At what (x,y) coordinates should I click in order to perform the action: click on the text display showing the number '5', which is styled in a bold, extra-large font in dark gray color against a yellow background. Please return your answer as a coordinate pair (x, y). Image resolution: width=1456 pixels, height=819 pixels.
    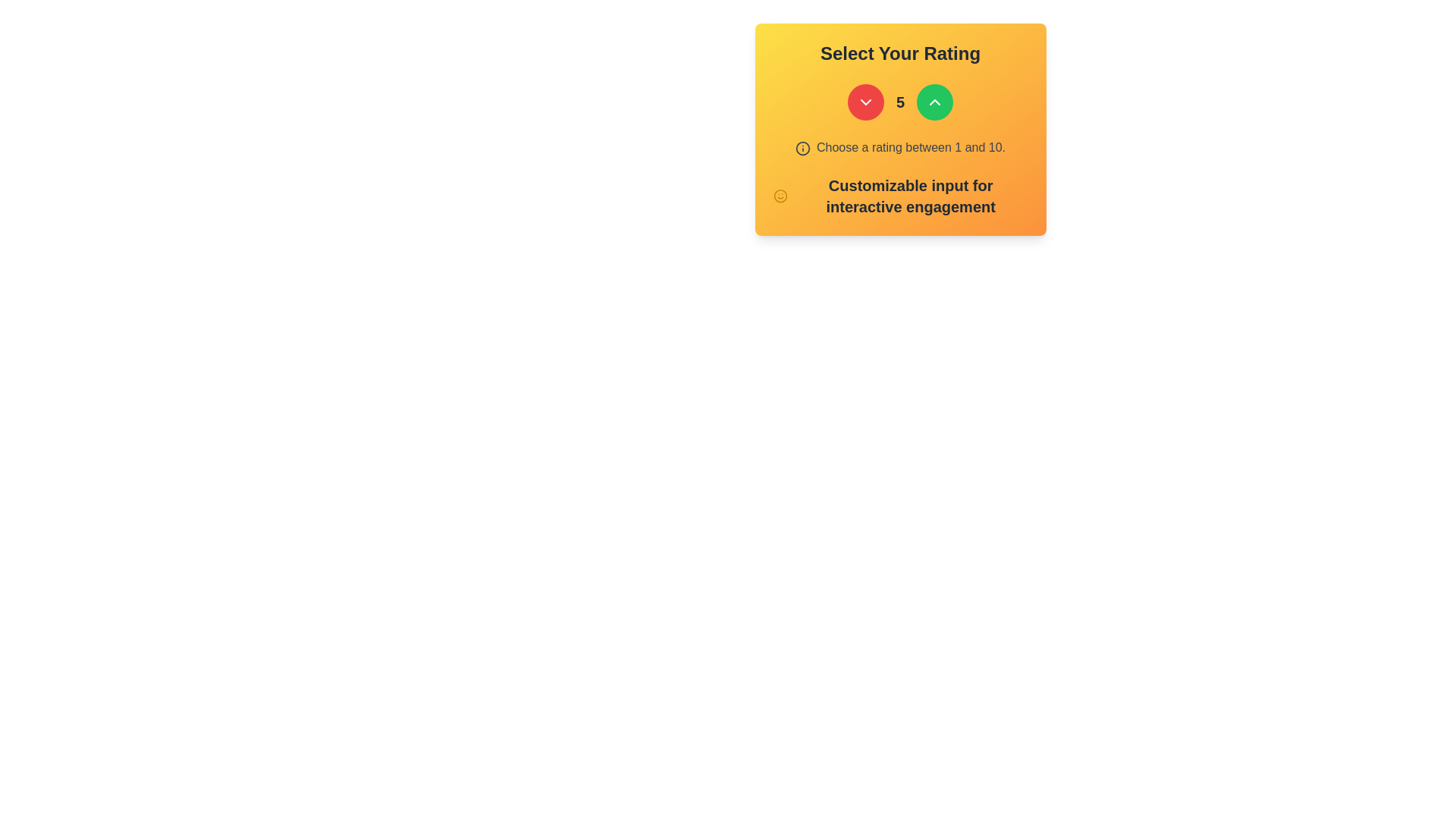
    Looking at the image, I should click on (900, 102).